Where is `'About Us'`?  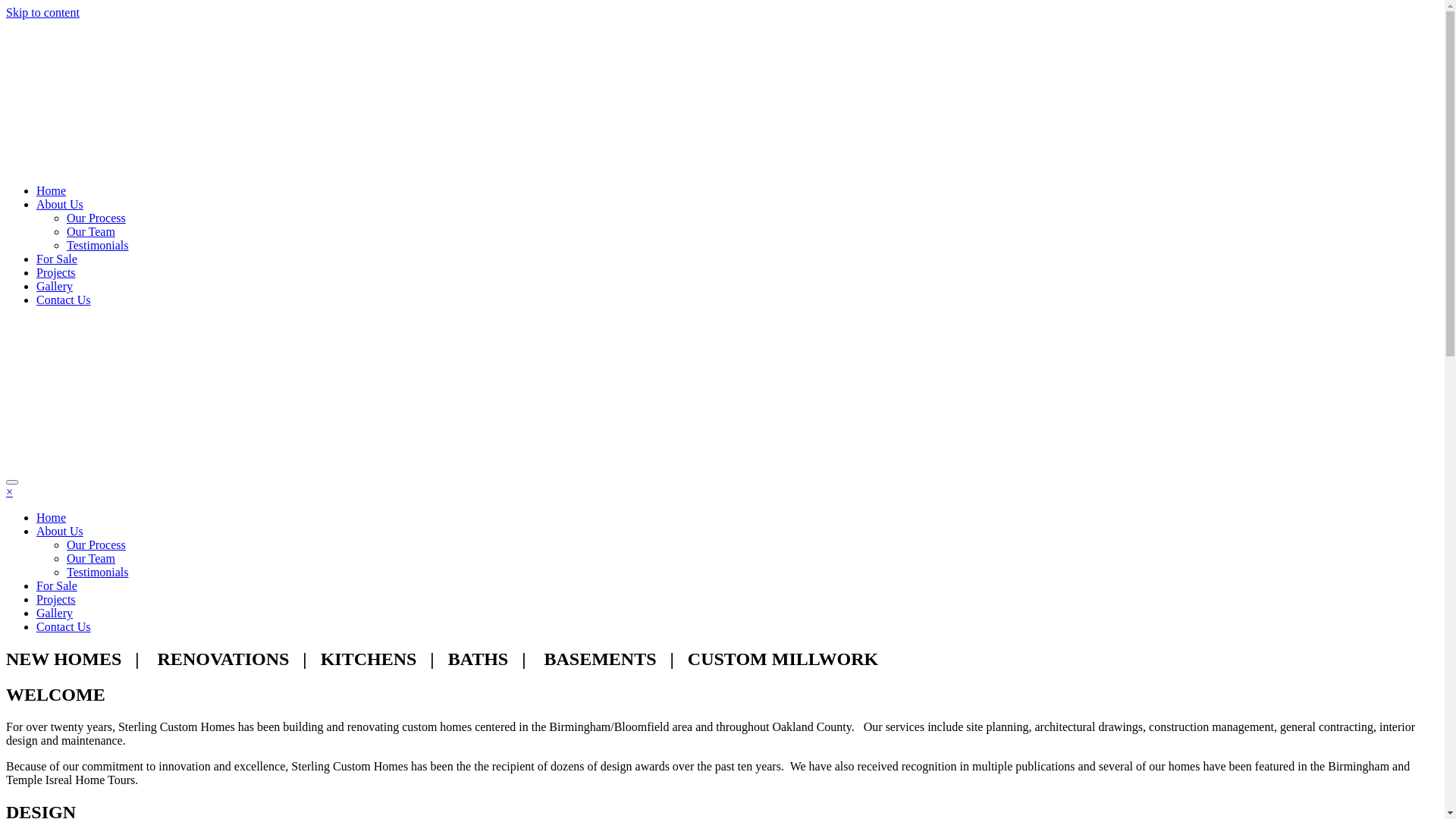 'About Us' is located at coordinates (59, 530).